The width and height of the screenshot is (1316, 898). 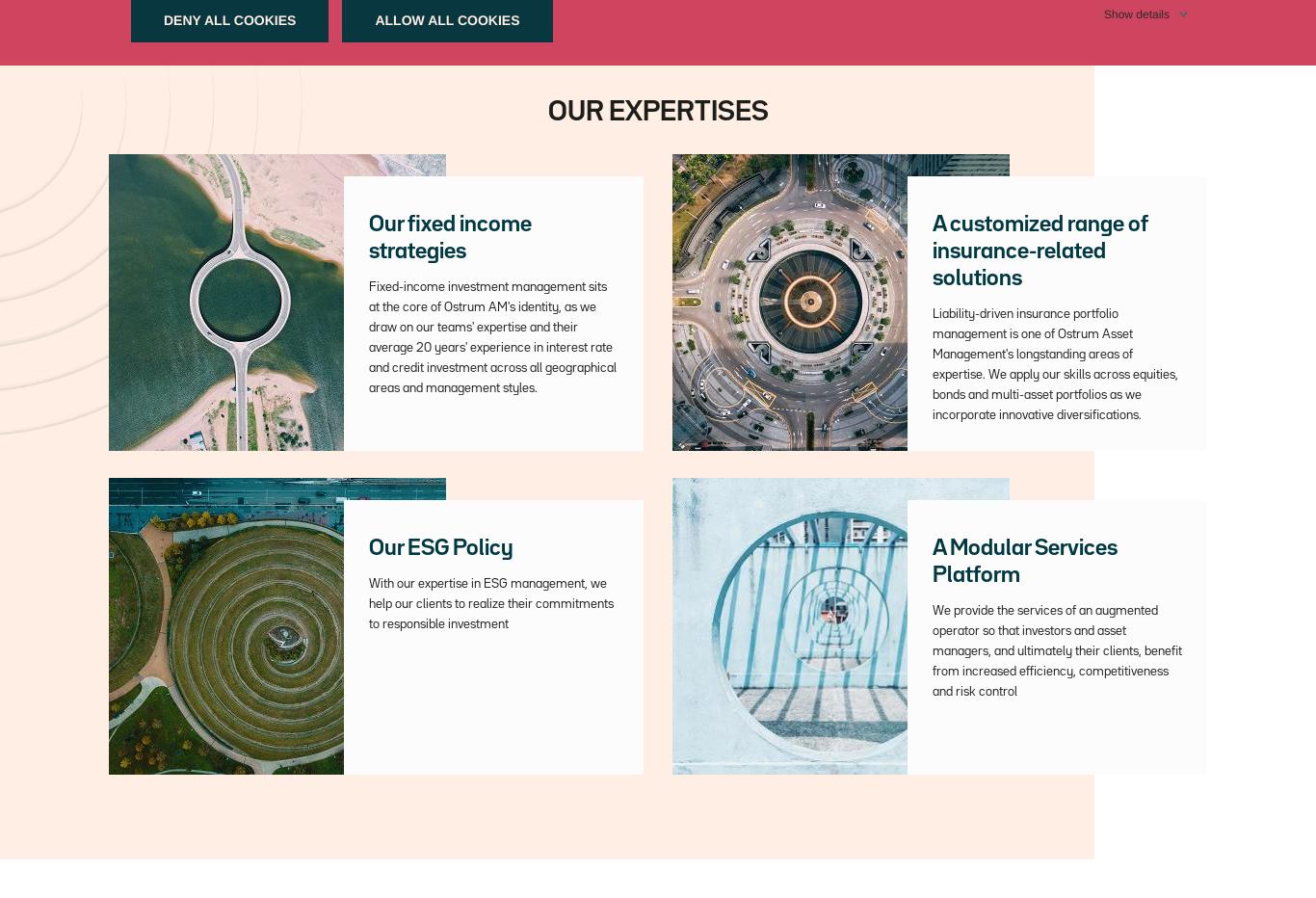 What do you see at coordinates (1081, 35) in the screenshot?
I see `'An affiliate of'` at bounding box center [1081, 35].